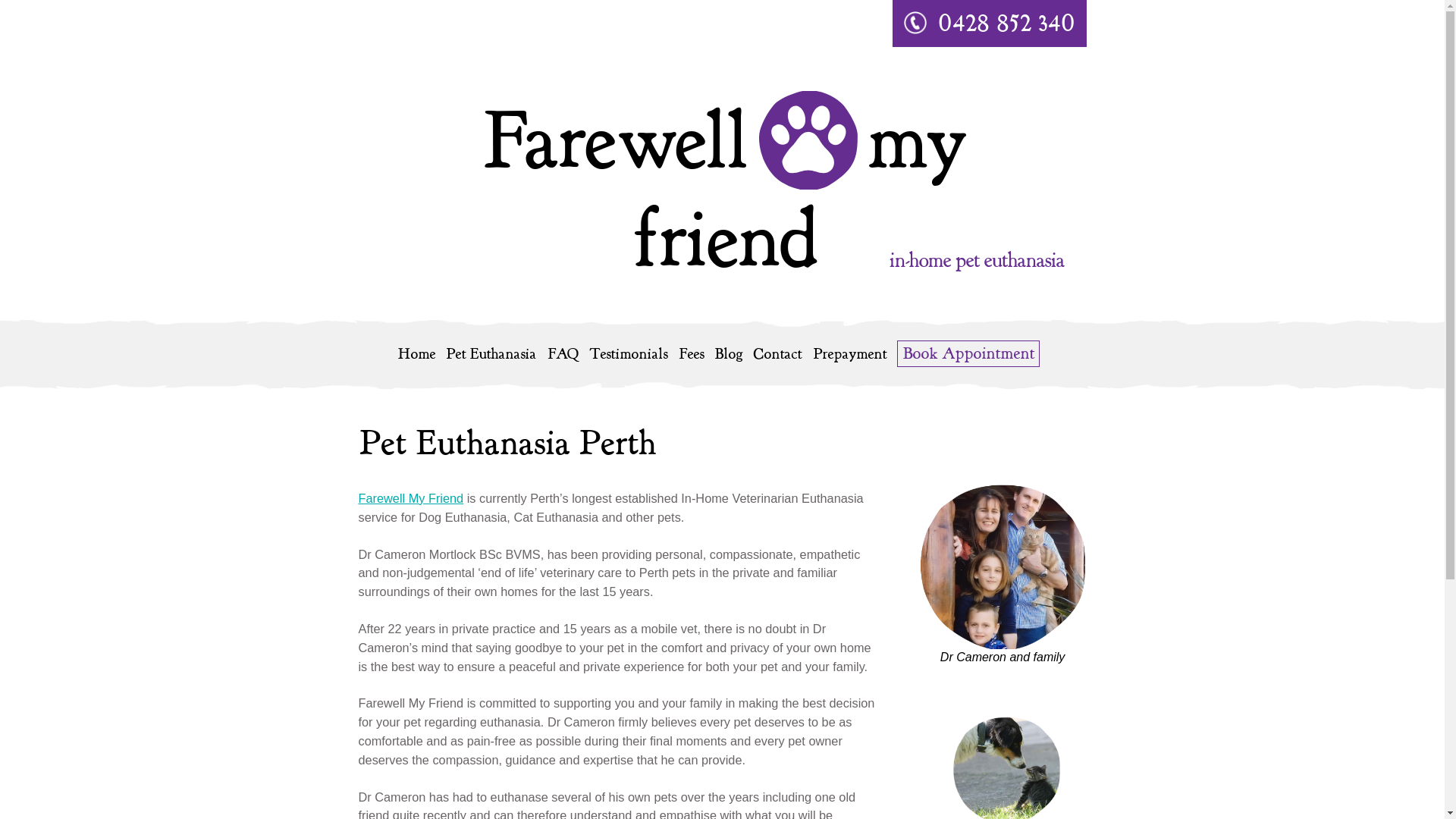 This screenshot has height=819, width=1456. What do you see at coordinates (562, 354) in the screenshot?
I see `'FAQ'` at bounding box center [562, 354].